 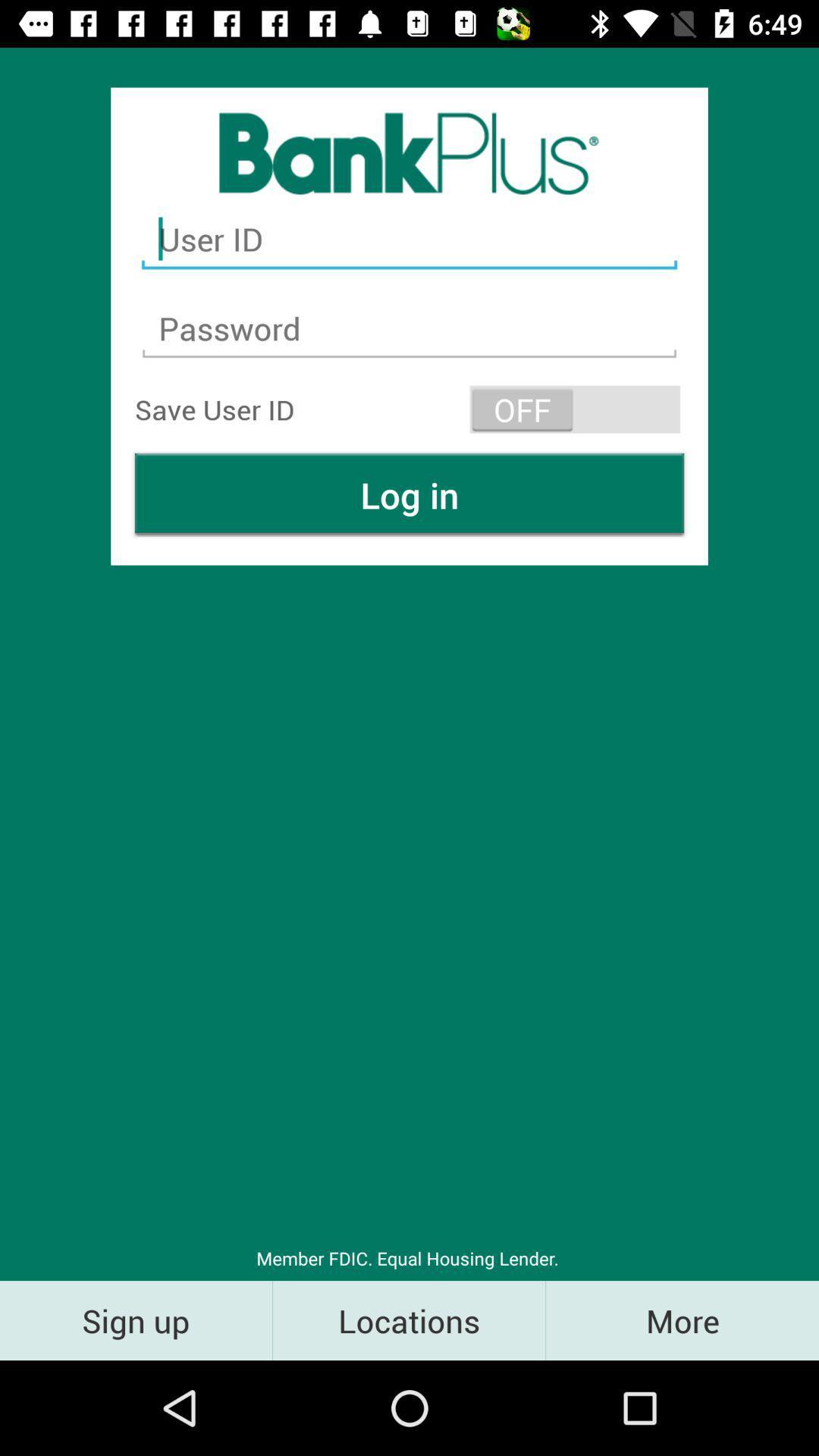 I want to click on the item next to the locations icon, so click(x=681, y=1319).